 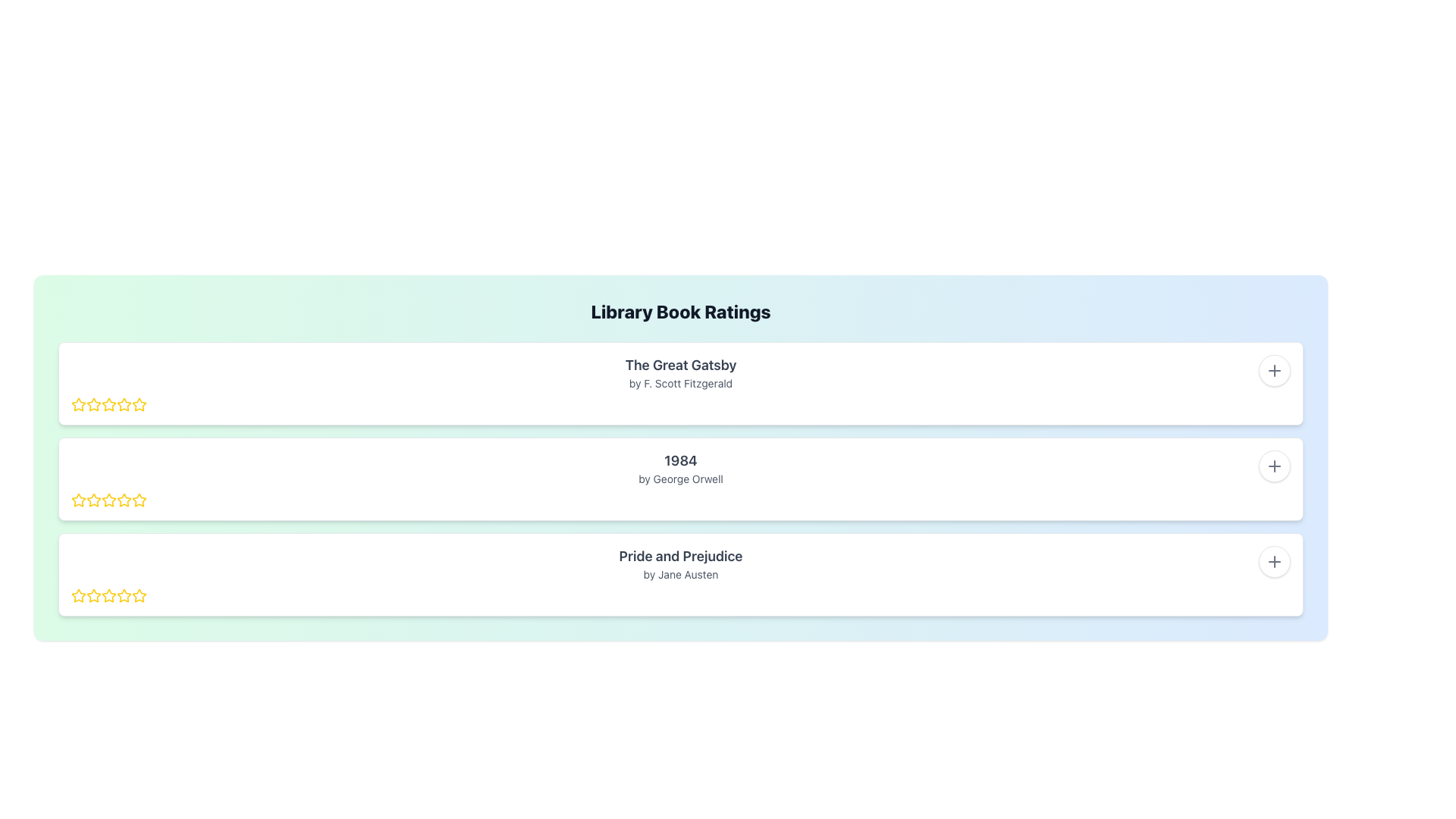 What do you see at coordinates (108, 403) in the screenshot?
I see `for interaction on the fifth yellow star icon in the rating component for 'The Great Gatsby'` at bounding box center [108, 403].